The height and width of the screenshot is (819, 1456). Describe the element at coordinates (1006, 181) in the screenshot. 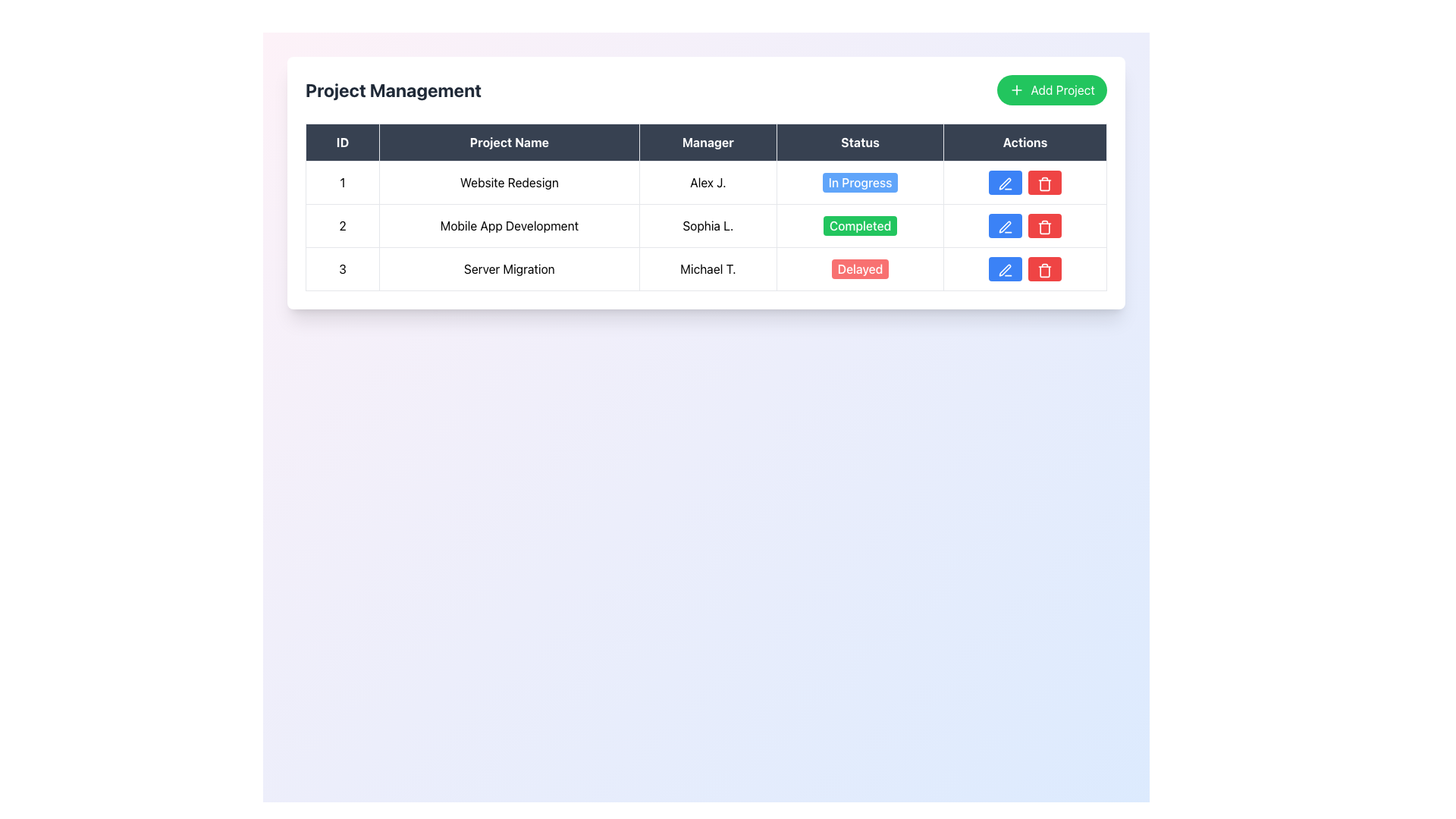

I see `the edit button in the 'Actions' column of the first row` at that location.